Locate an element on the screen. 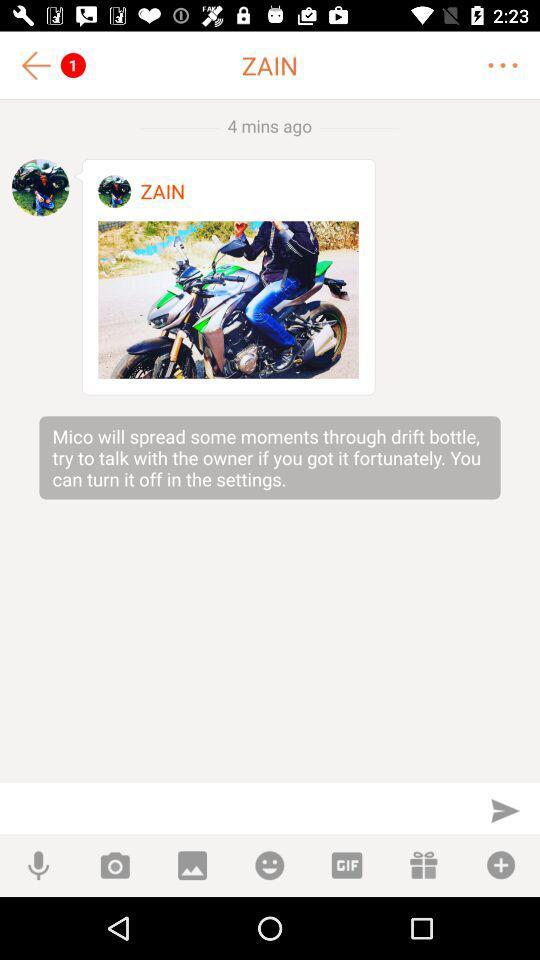  look at profile picture is located at coordinates (114, 191).